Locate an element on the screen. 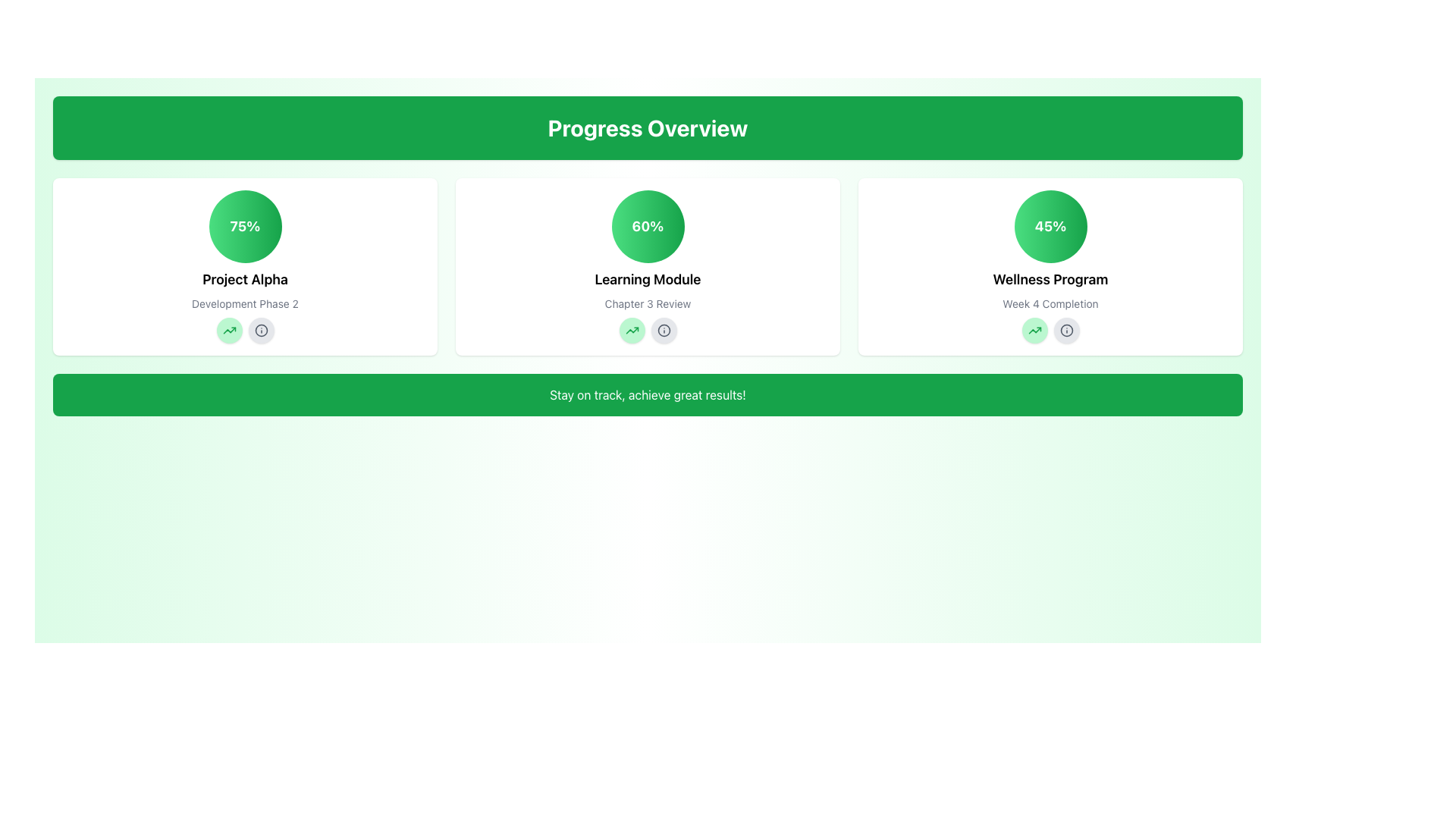 Image resolution: width=1456 pixels, height=819 pixels. the actionable button in the leftmost card of the 'Progress Overview' section, located below the '75%' percentage circle for 'Project Alpha' and to the left of the gray circular button with an 'i' icon is located at coordinates (228, 329).